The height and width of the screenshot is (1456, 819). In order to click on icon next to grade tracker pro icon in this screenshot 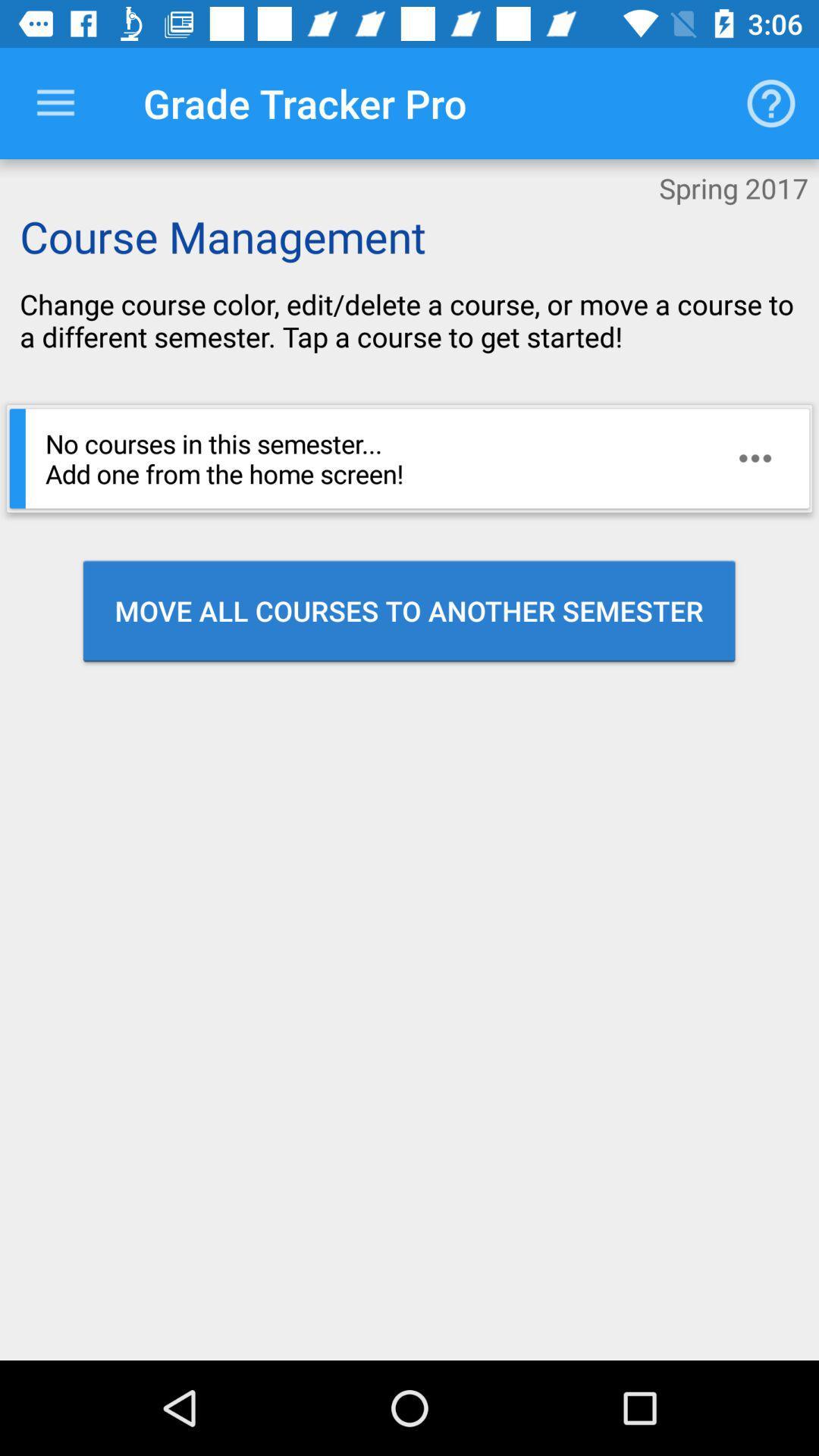, I will do `click(55, 102)`.